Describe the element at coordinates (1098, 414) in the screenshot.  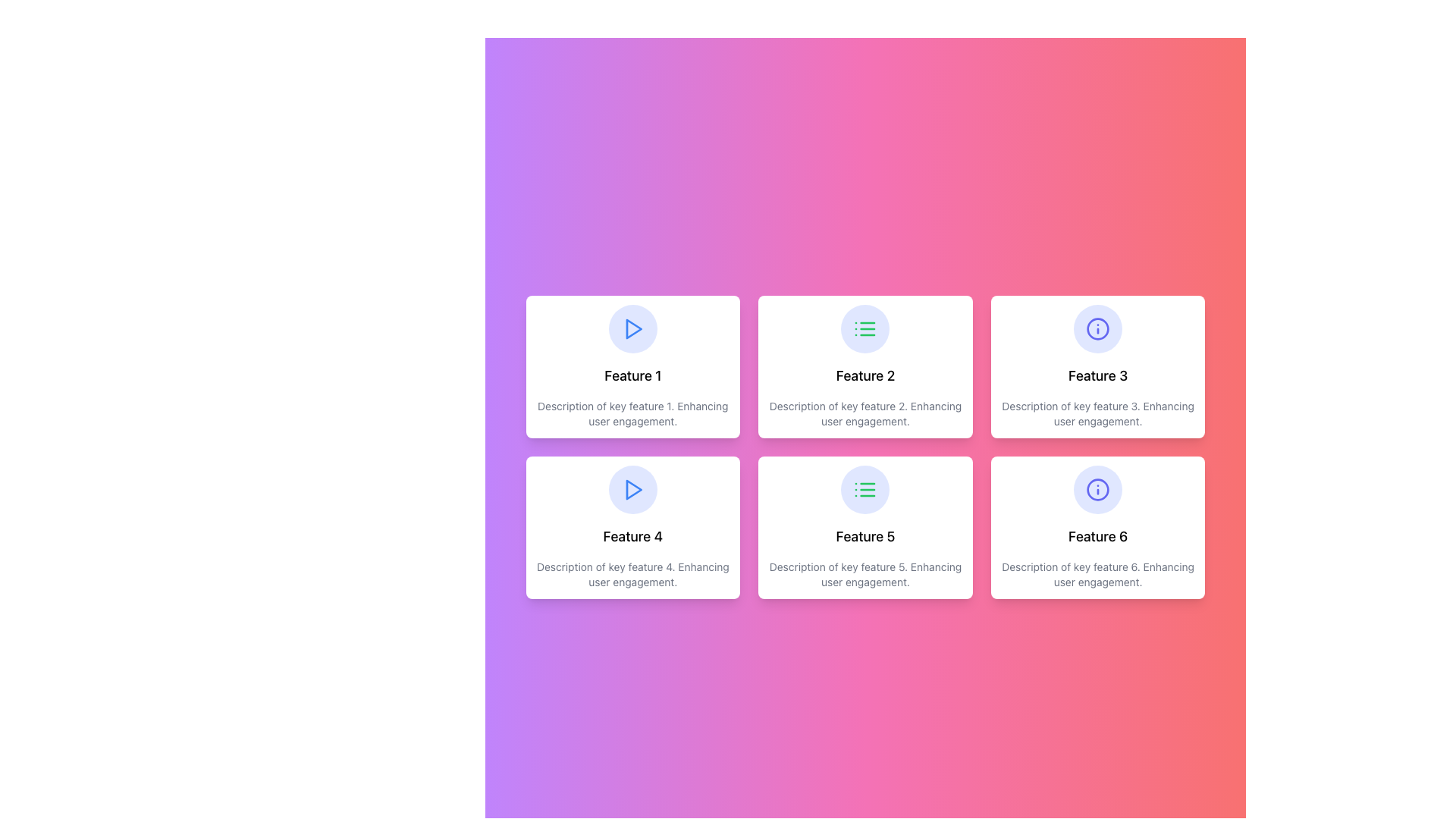
I see `the static text label that provides additional details about 'Feature 3', located directly below the title within the card layout` at that location.